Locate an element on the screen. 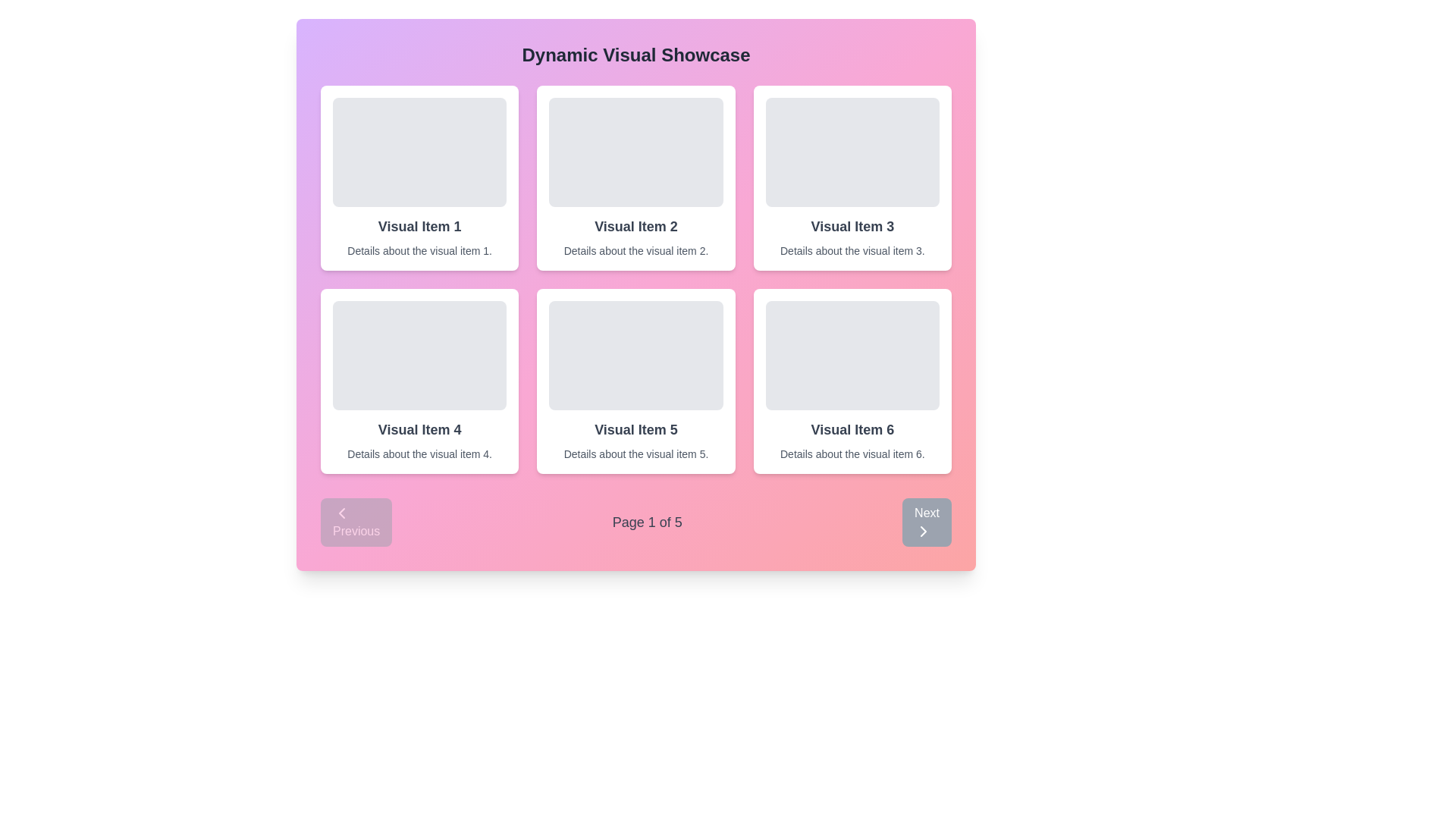 The width and height of the screenshot is (1456, 819). text component that contains the description phrase 'Details about the visual item 3.' which is styled in a small-sized, gray font and is located beneath the title 'Visual Item 3' within the third card of the grid layout is located at coordinates (852, 250).